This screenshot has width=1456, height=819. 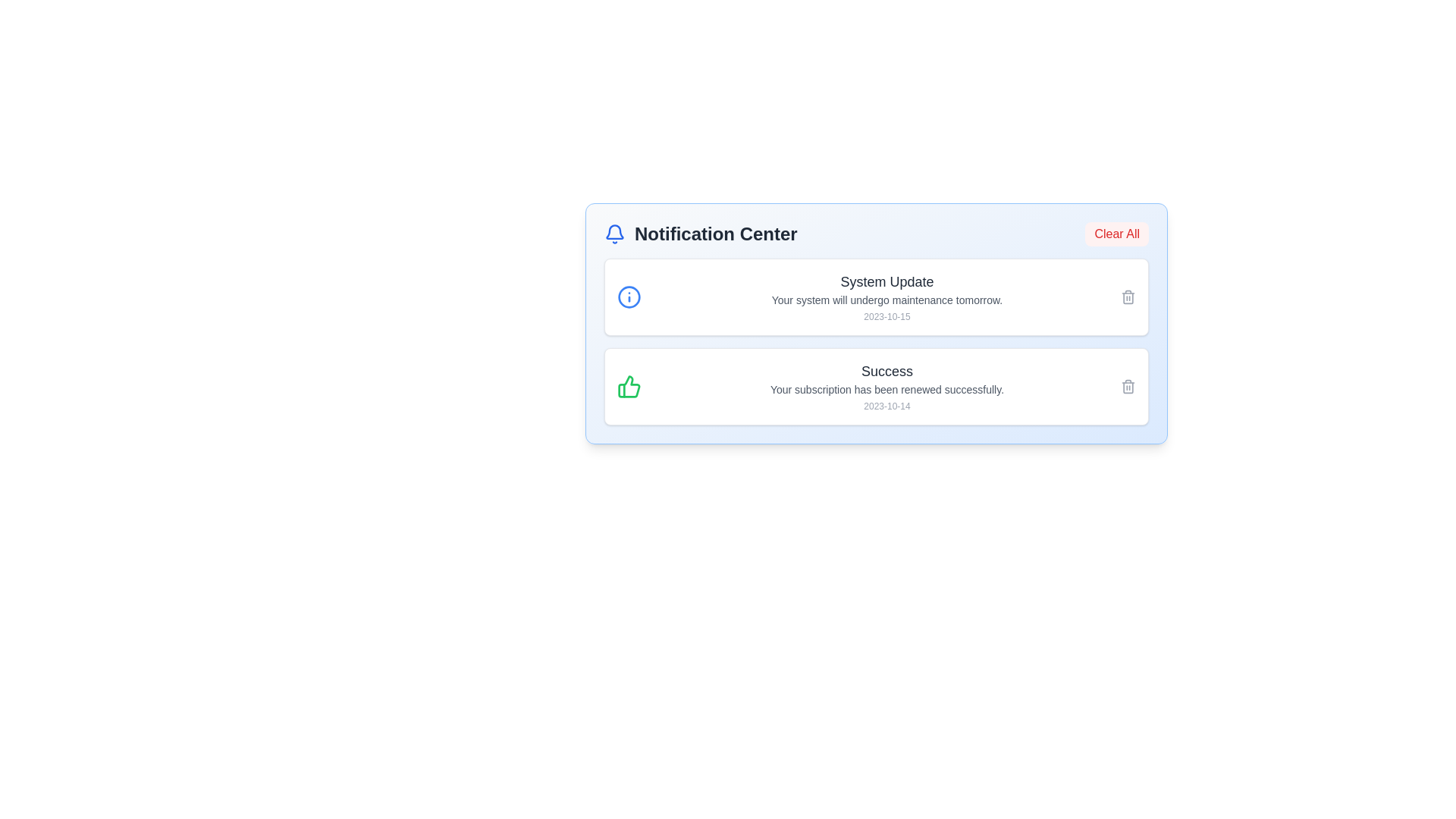 I want to click on the 'Notification Center' header element, which includes a bell icon and the text styled in bold dark gray, located in the top-left of the notification panel, so click(x=700, y=234).